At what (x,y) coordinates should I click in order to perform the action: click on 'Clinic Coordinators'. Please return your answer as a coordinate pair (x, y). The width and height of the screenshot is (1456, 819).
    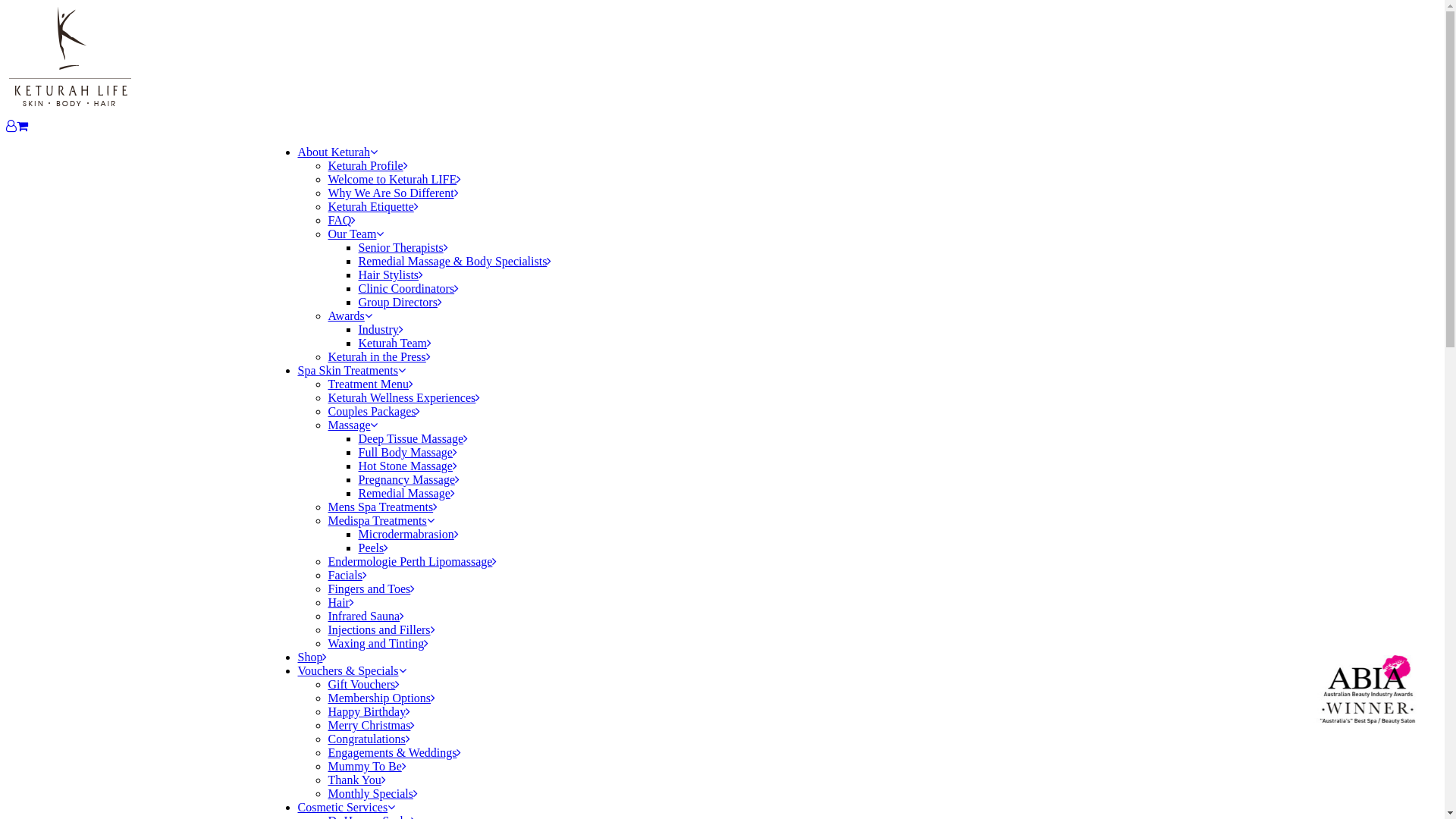
    Looking at the image, I should click on (408, 288).